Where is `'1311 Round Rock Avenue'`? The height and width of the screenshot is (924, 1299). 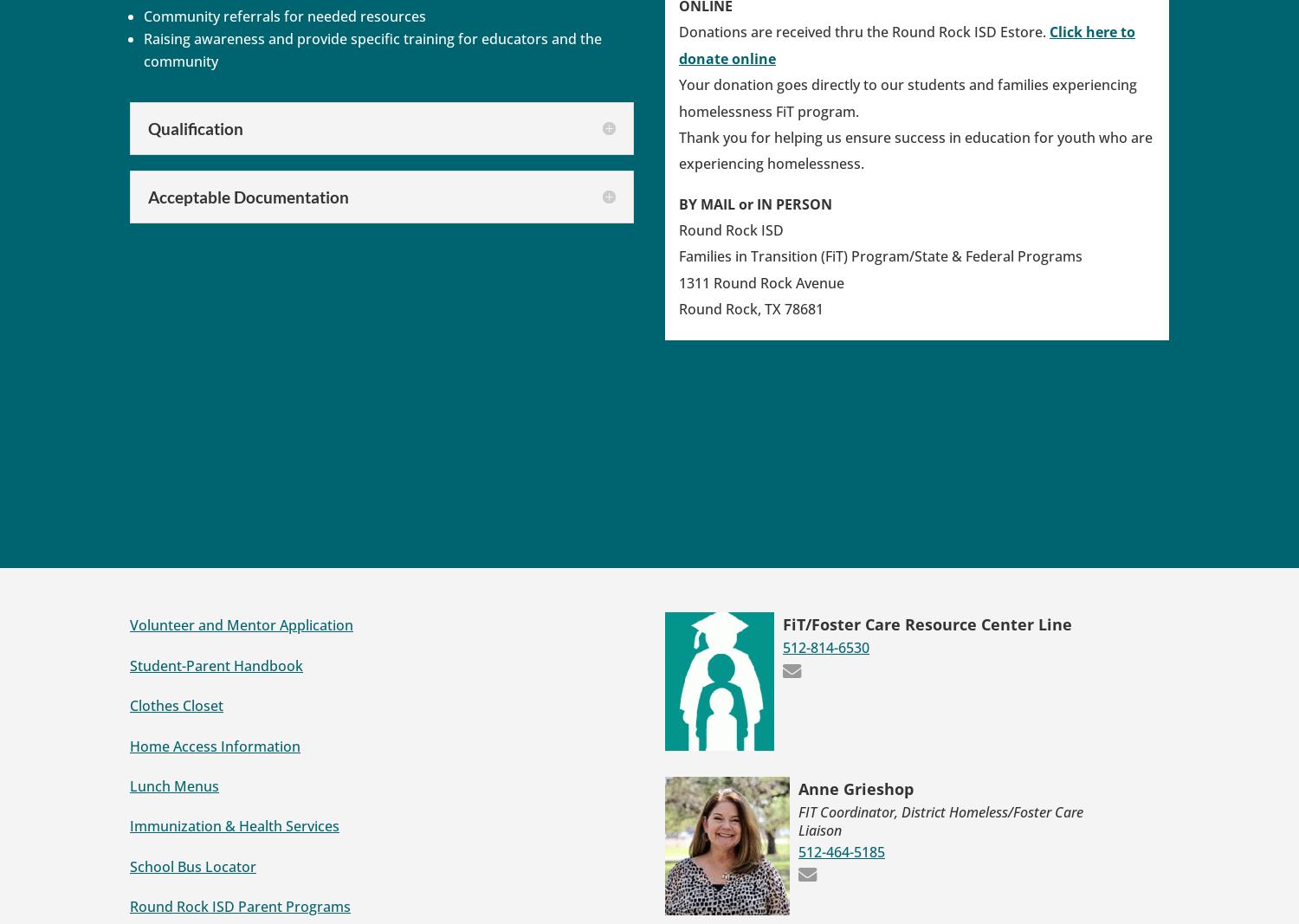 '1311 Round Rock Avenue' is located at coordinates (761, 281).